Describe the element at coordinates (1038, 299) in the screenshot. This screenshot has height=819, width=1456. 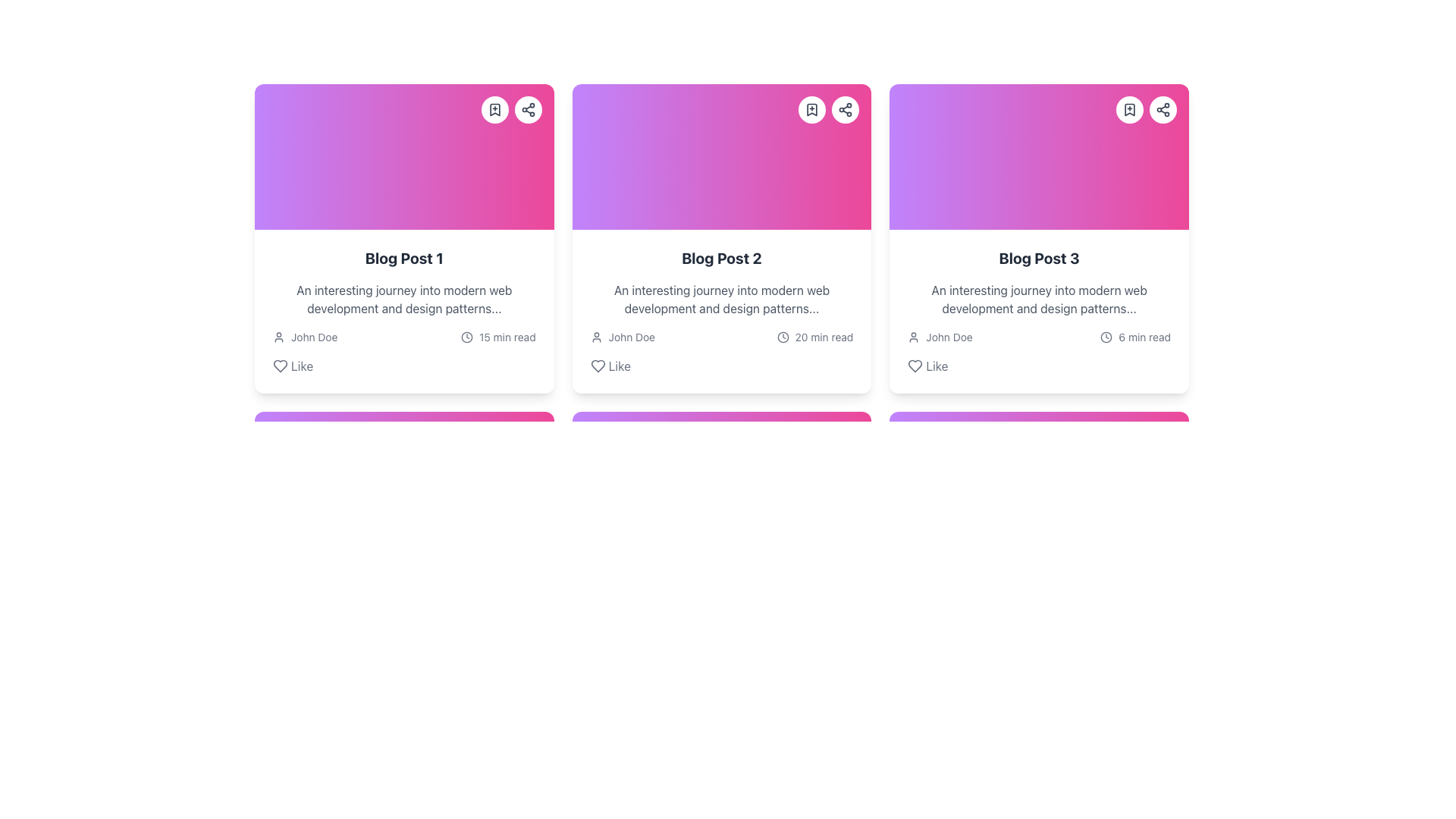
I see `the text block displaying 'An interesting journey into modern web development and design patterns...' located below the 'Blog Post 3' title to trigger a tooltip or highlight` at that location.